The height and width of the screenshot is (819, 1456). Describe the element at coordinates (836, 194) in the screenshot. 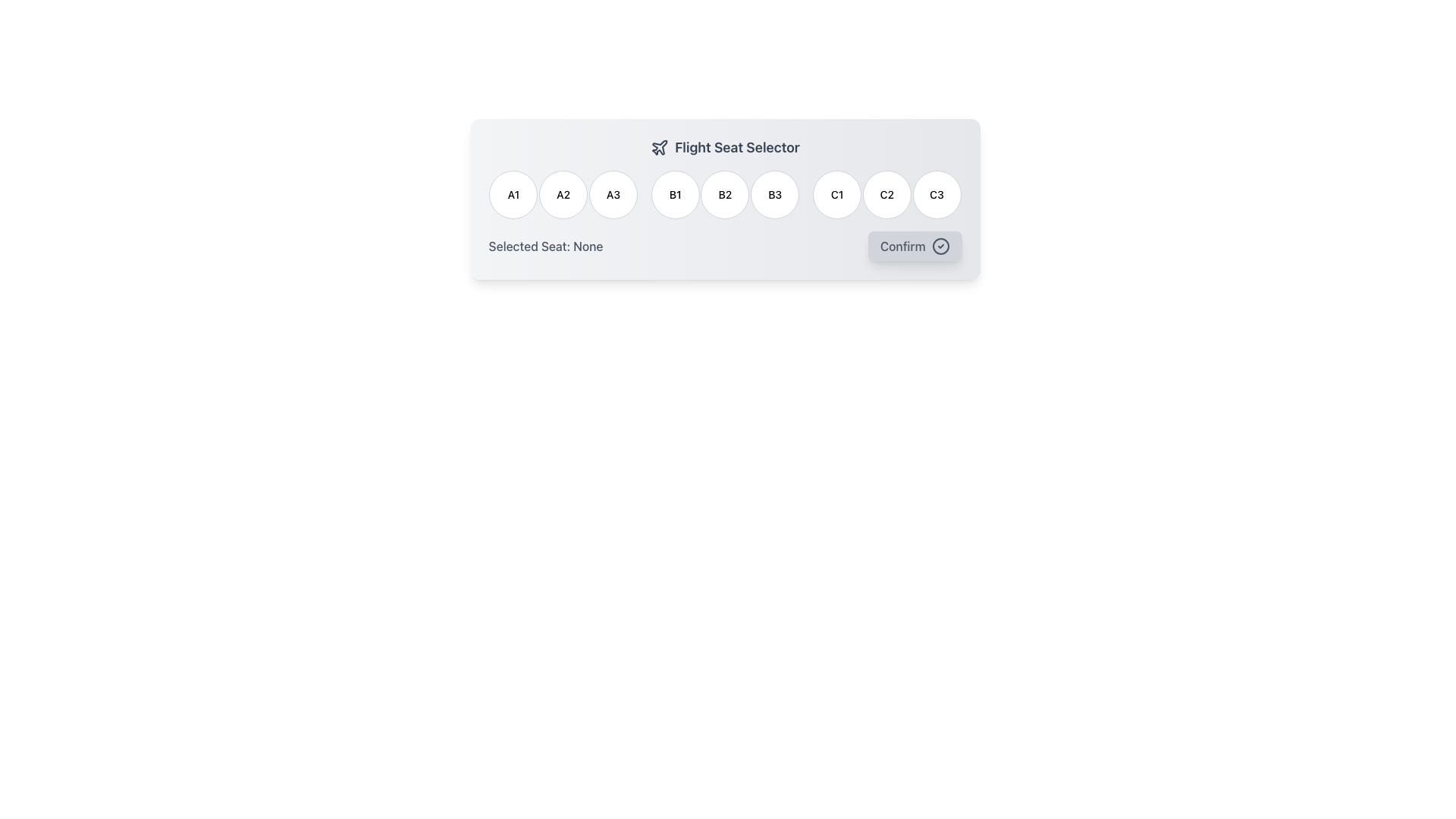

I see `the selectable seat button labeled 'C1' in the flight seat selection interface to observe hover effects` at that location.